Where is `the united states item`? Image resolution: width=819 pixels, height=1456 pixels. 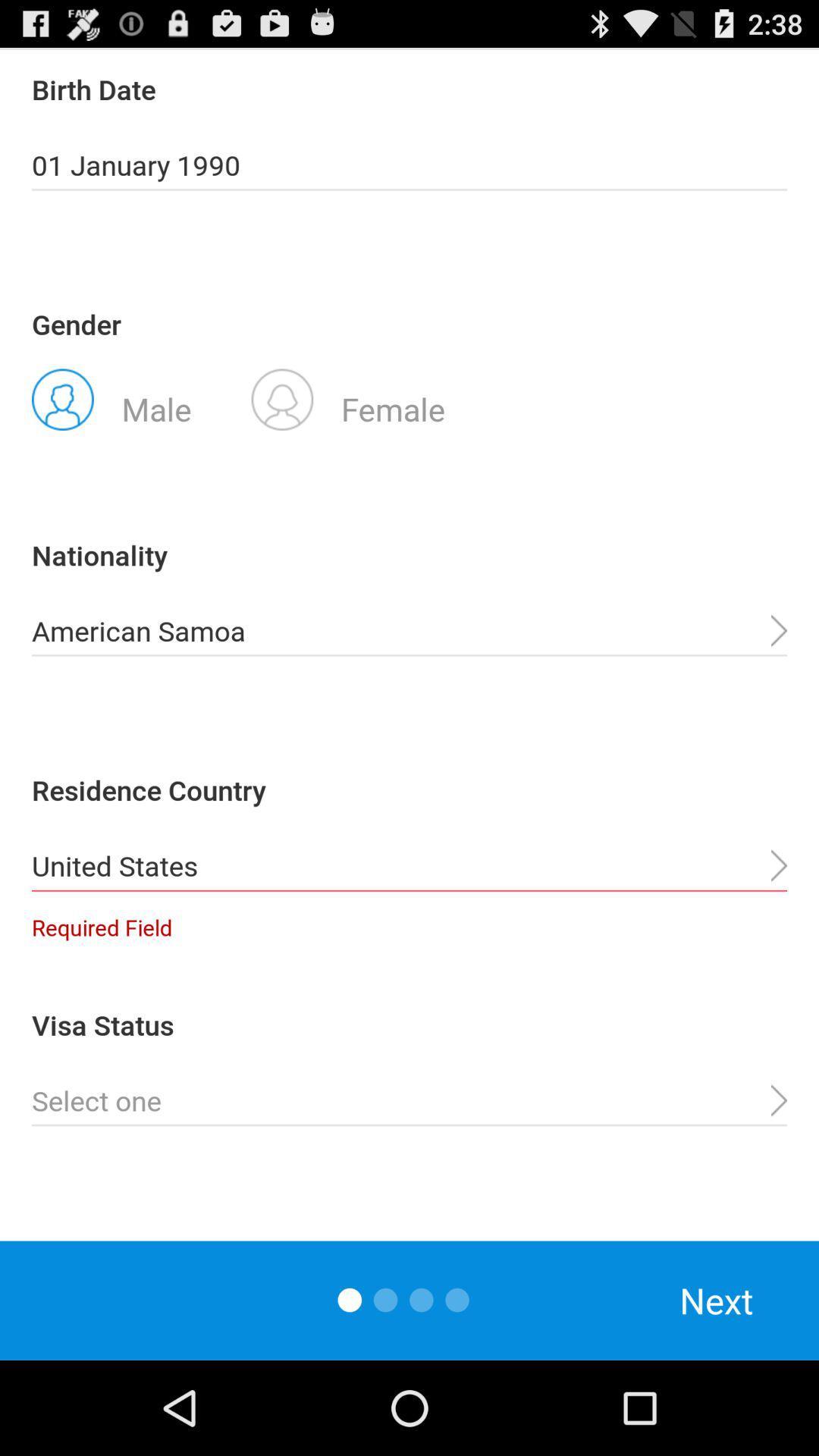
the united states item is located at coordinates (409, 866).